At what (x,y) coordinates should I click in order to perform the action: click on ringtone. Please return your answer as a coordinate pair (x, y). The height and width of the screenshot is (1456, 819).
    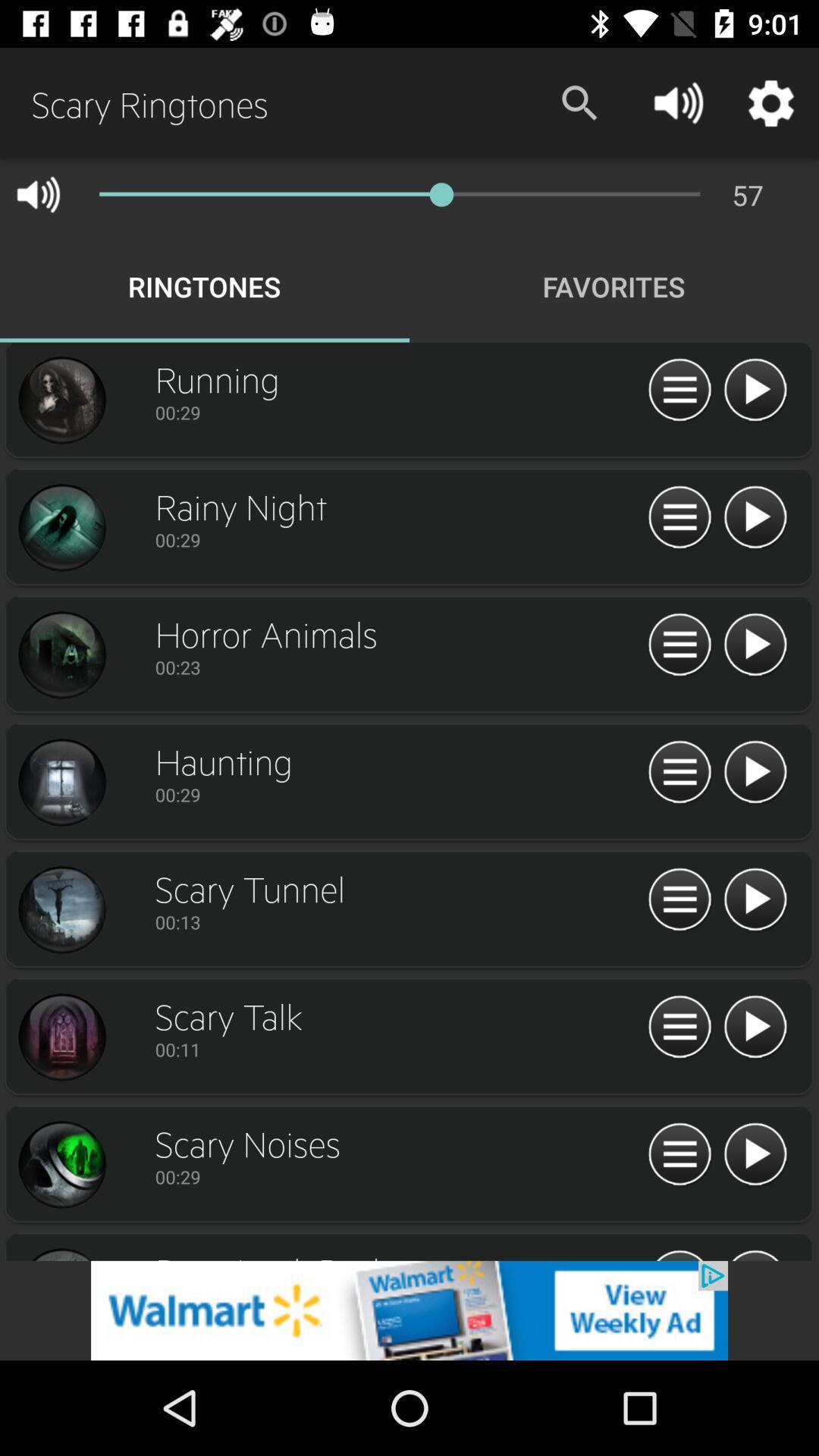
    Looking at the image, I should click on (755, 773).